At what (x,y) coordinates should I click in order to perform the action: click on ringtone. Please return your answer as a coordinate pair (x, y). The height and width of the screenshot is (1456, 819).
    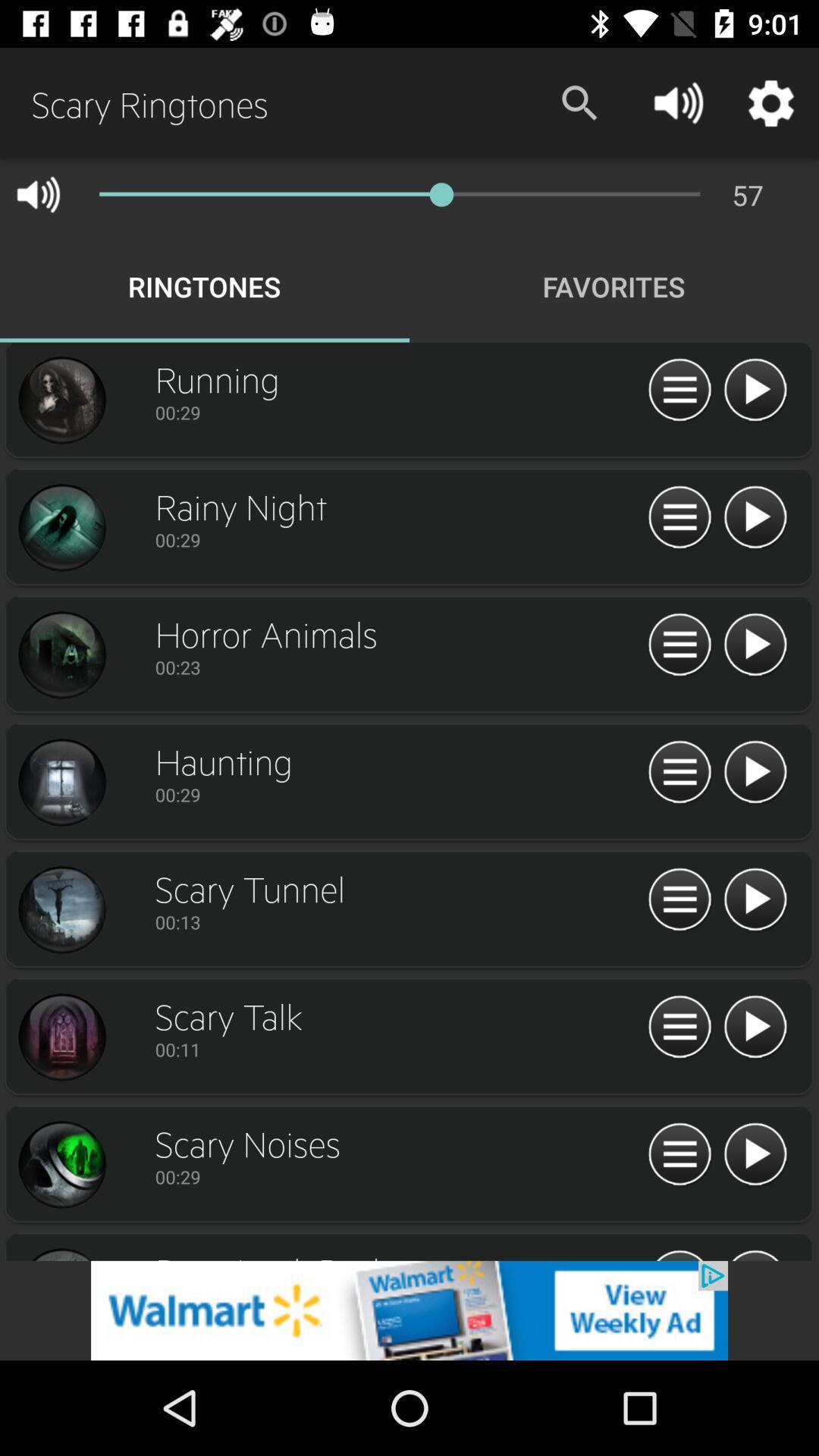
    Looking at the image, I should click on (755, 773).